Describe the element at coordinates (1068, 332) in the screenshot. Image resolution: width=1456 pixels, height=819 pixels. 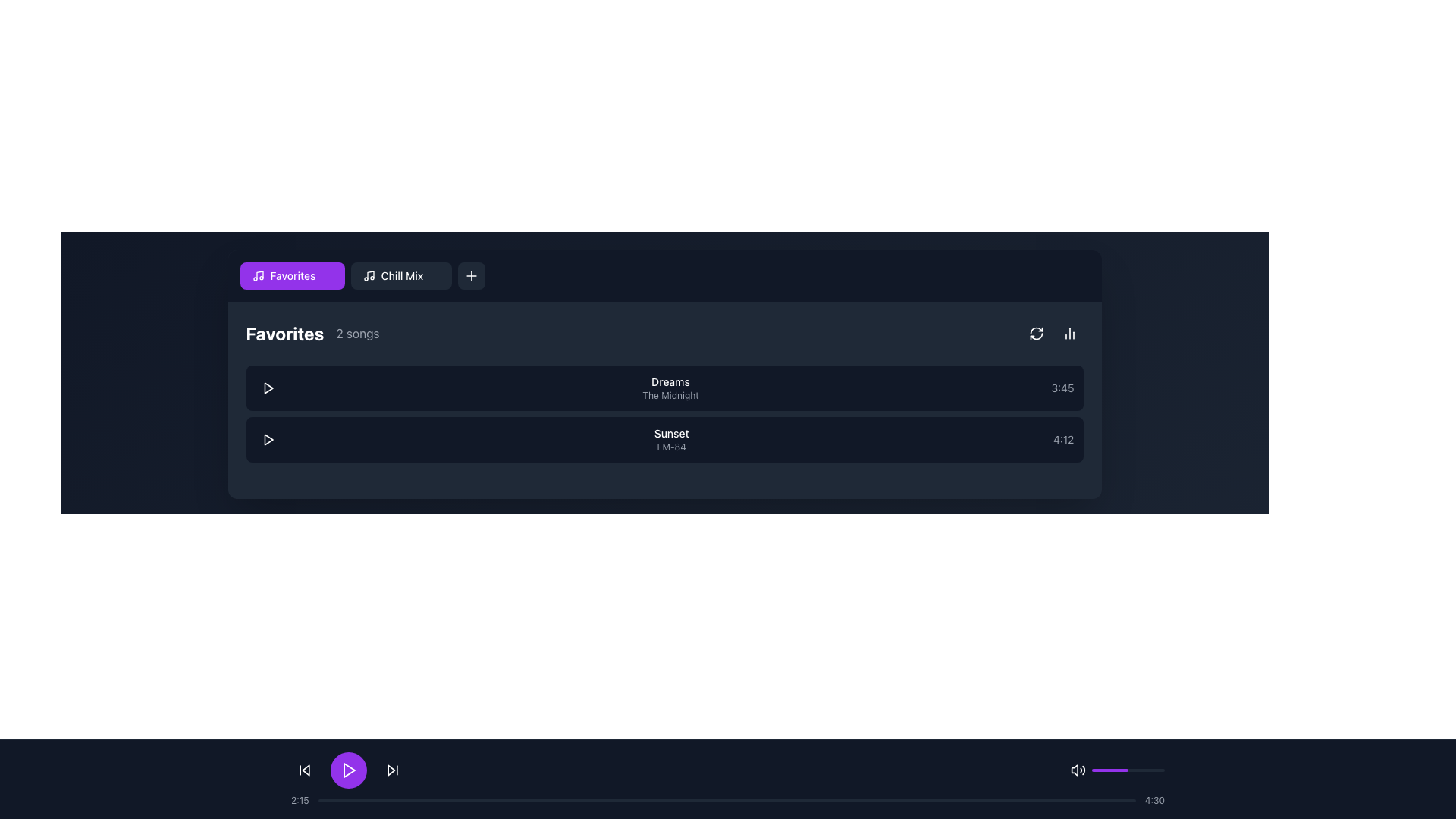
I see `the second interactive button located to the right of the refresh icon button in the top-right corner of the playlist interface` at that location.